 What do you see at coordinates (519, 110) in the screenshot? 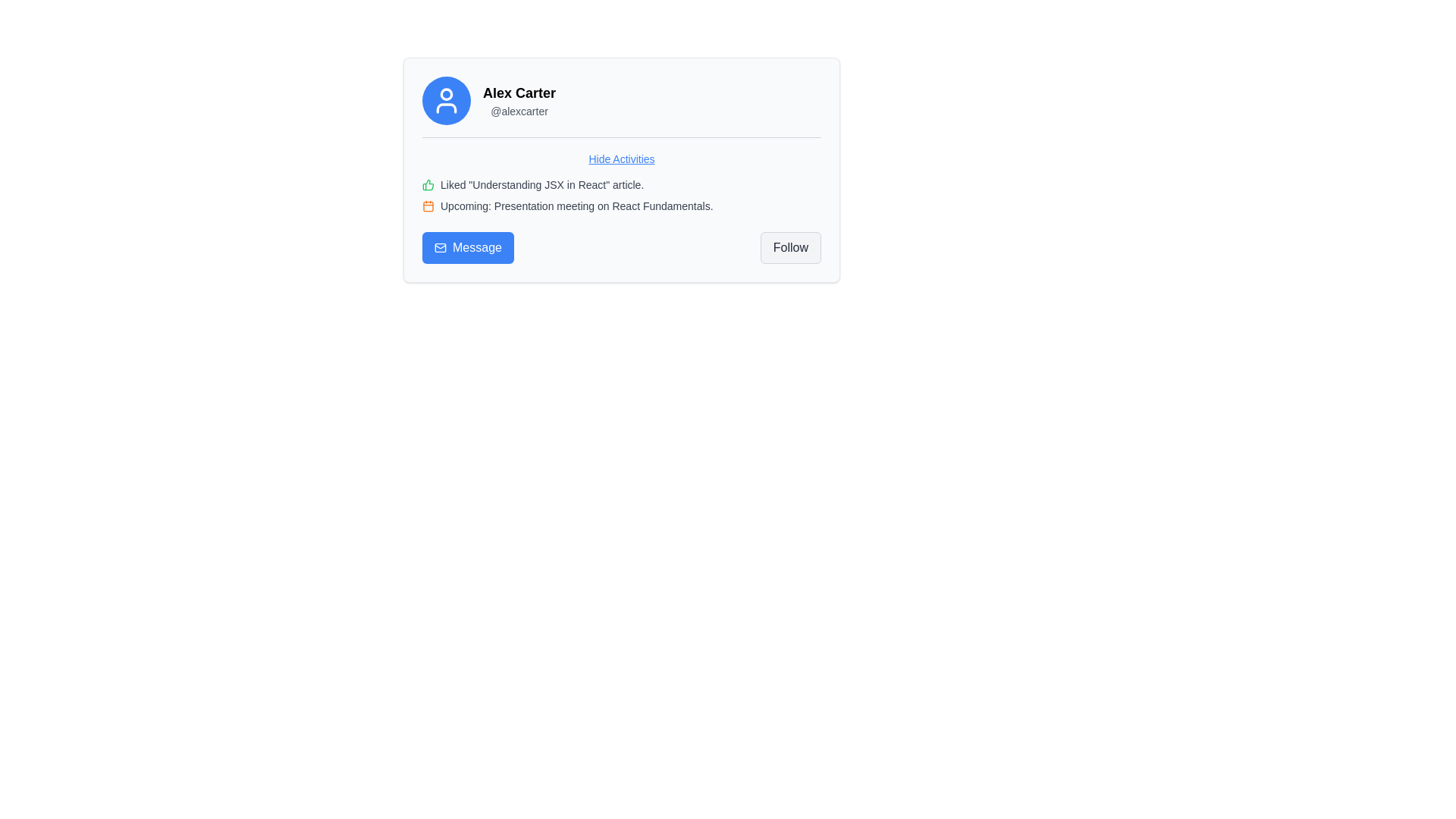
I see `the static label text displaying the username '@alexcarter', which is positioned directly below 'Alex Carter' and is styled in a lighter gray color with a smaller font size` at bounding box center [519, 110].